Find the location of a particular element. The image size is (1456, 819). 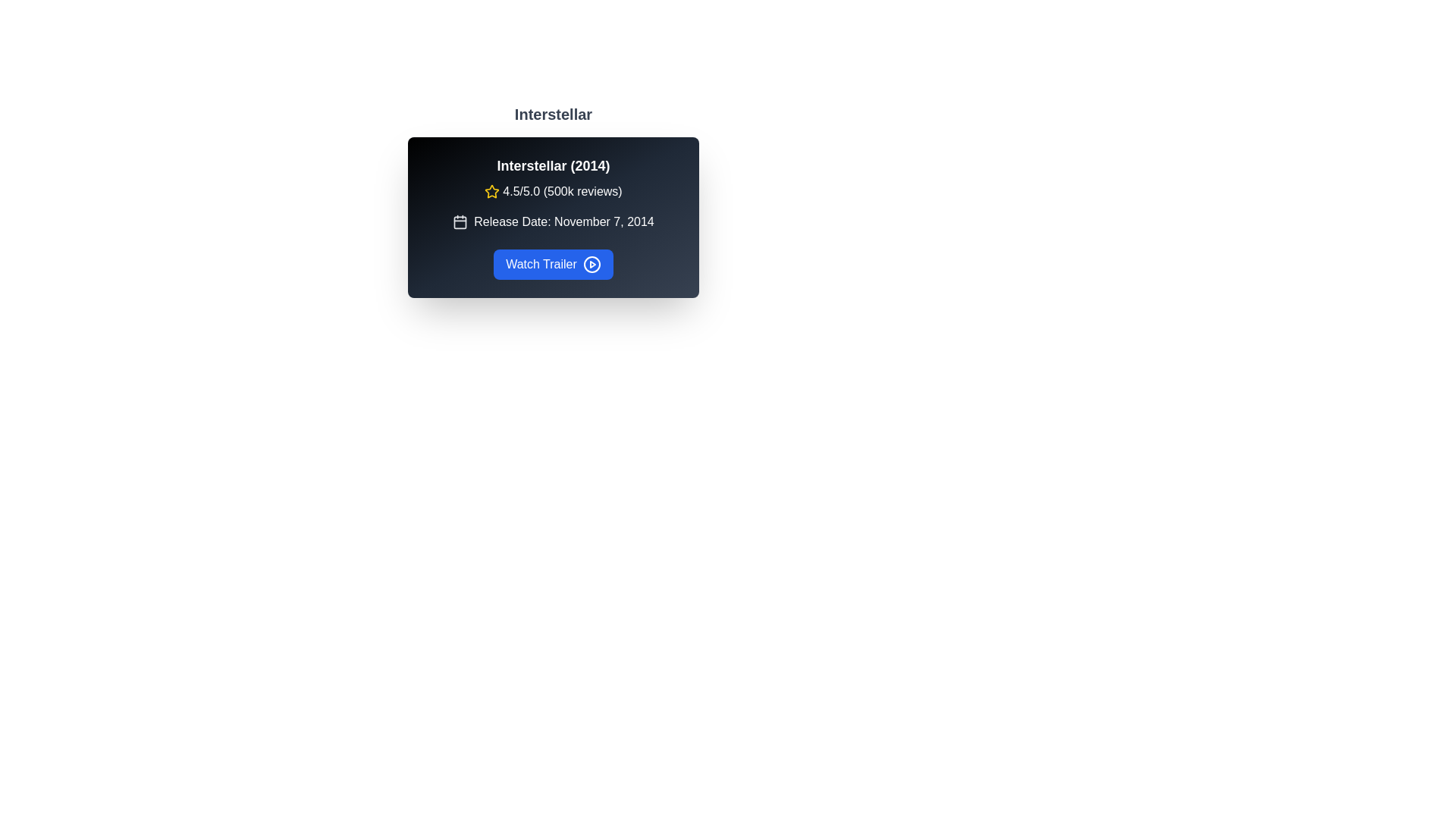

the text label 'Interstellar' which is styled in a bold font and positioned above the movie information card is located at coordinates (552, 113).